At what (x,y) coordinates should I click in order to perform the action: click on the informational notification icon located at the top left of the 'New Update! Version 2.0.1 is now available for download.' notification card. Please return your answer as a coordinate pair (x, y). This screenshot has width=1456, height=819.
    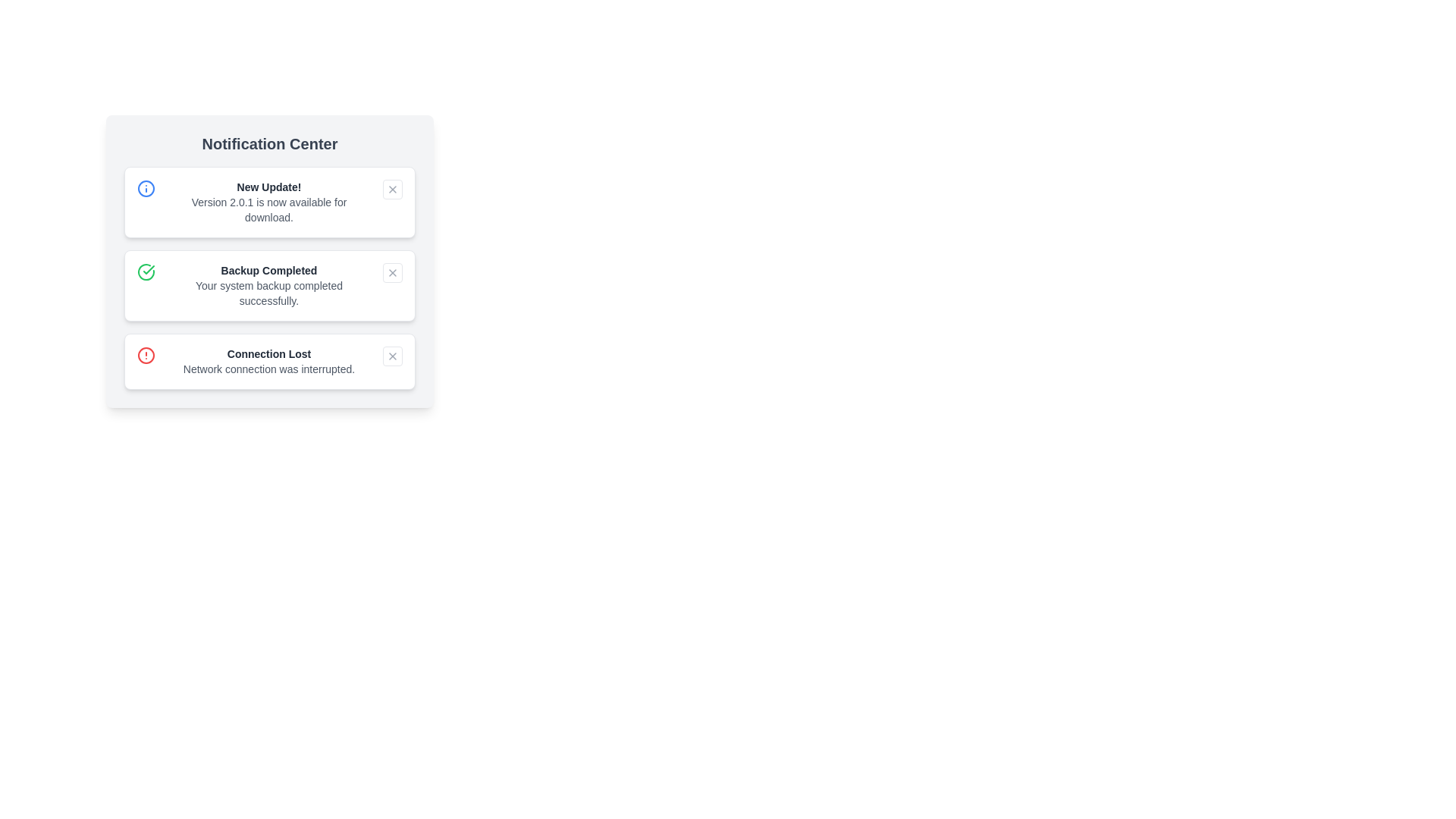
    Looking at the image, I should click on (146, 188).